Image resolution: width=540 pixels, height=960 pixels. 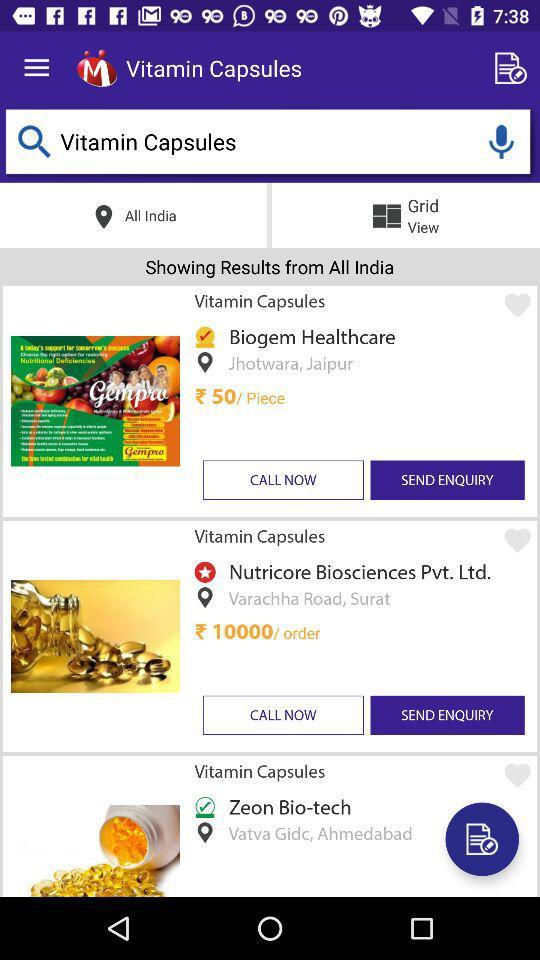 I want to click on the item below the vitamin capsules, so click(x=355, y=571).